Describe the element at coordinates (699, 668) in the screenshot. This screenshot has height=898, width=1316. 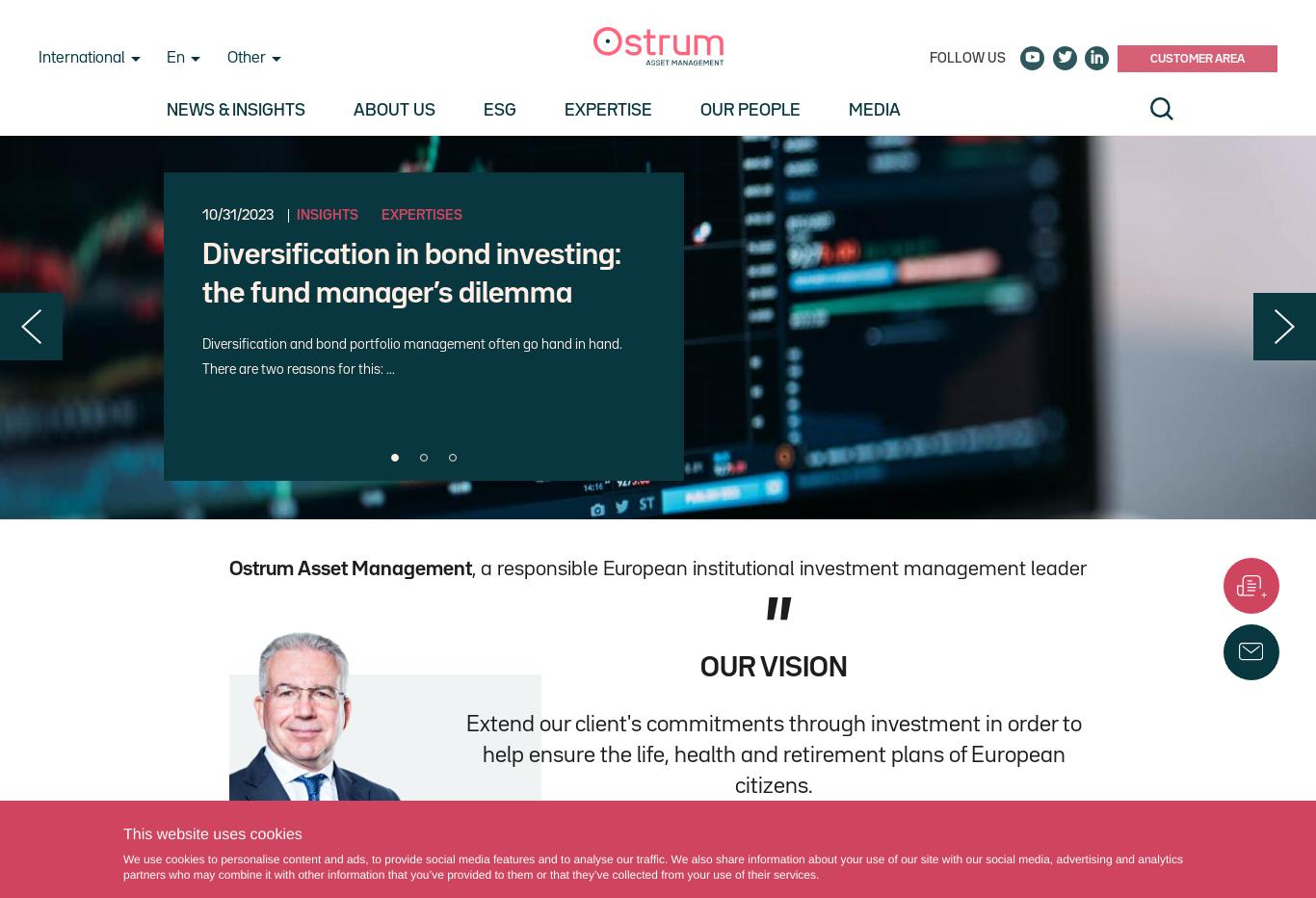
I see `'OUR VISION'` at that location.